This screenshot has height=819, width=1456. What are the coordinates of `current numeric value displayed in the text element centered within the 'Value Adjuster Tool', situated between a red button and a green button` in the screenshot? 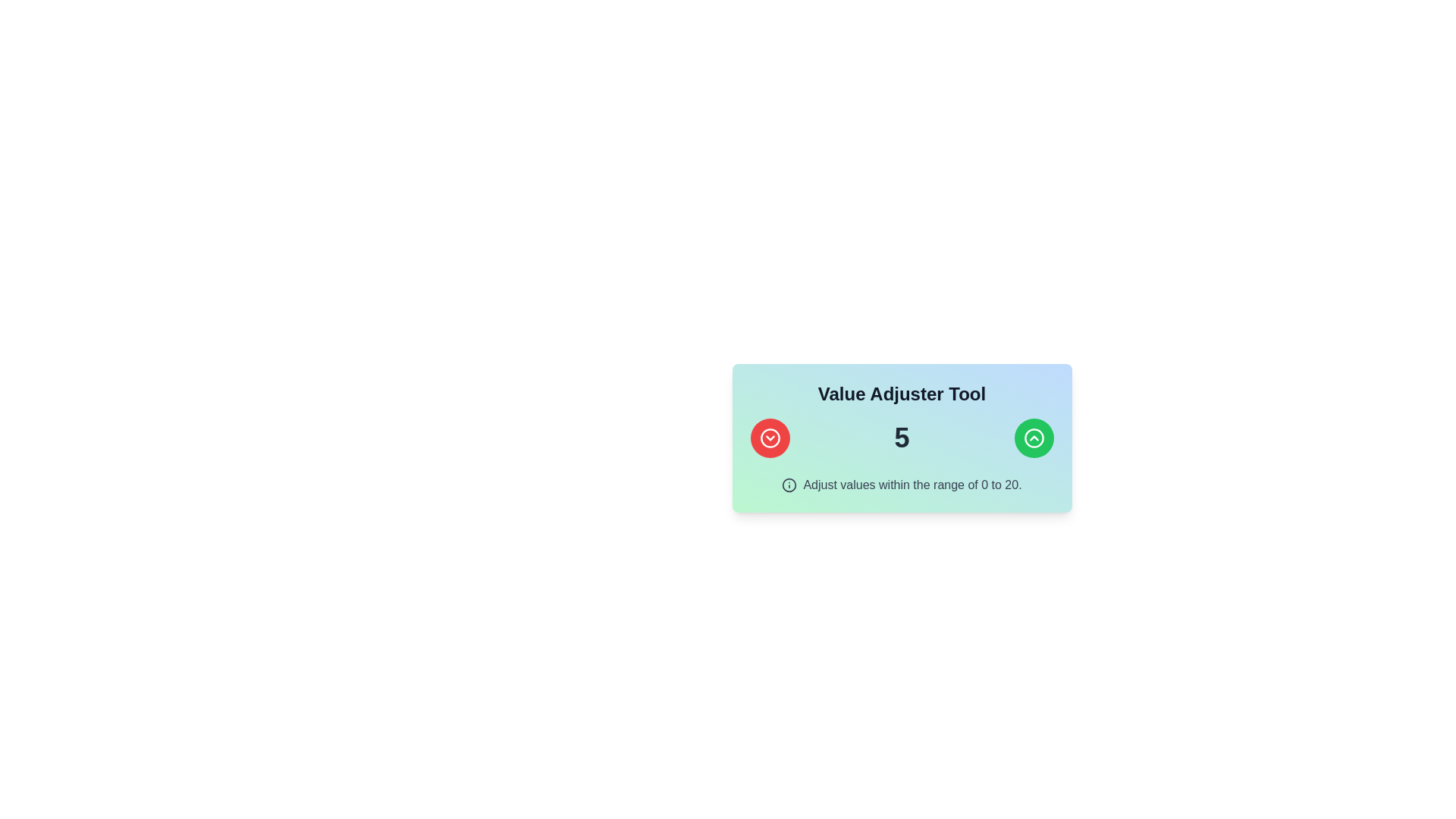 It's located at (902, 438).